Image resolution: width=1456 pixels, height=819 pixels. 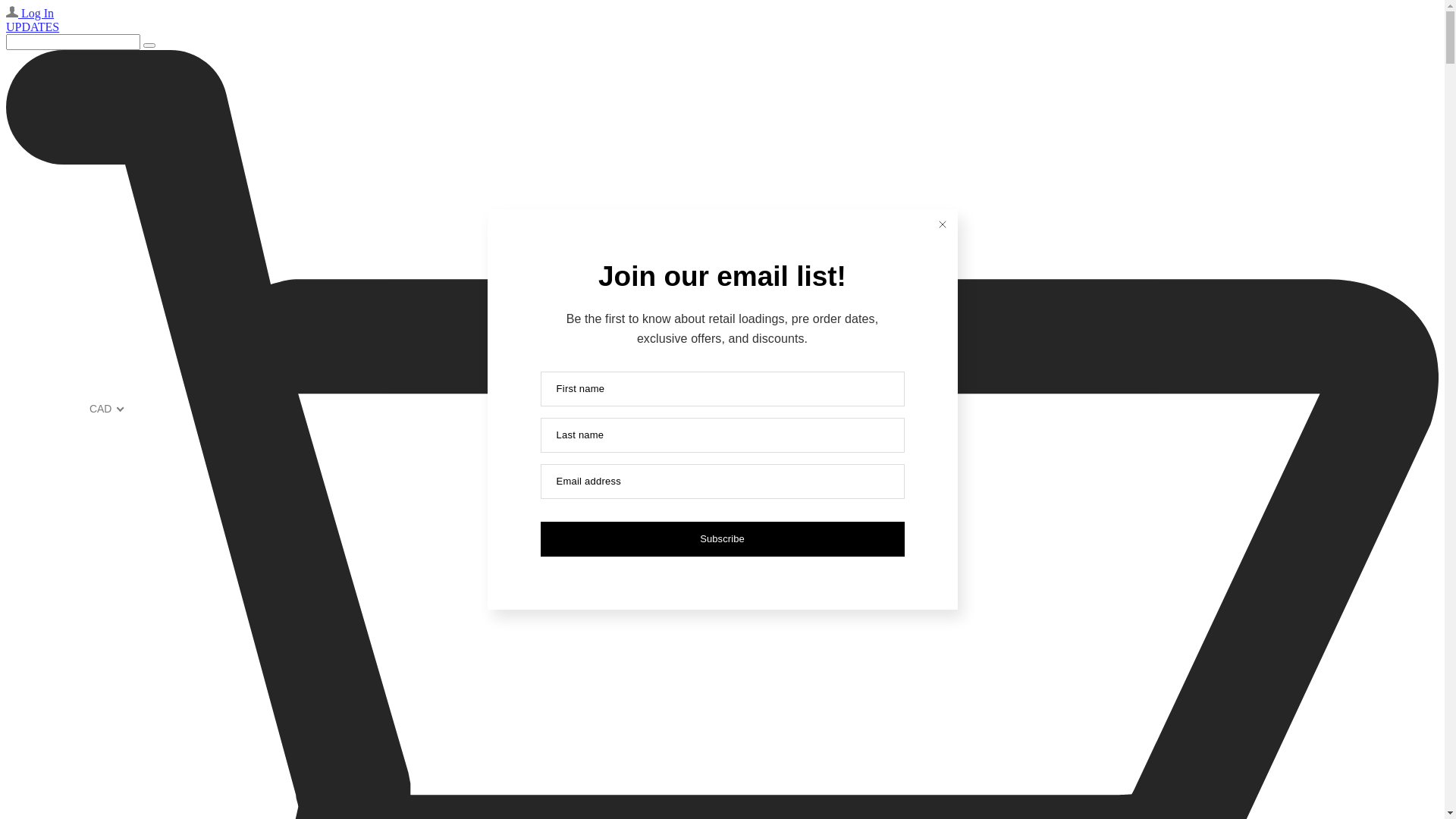 I want to click on 'UPDATES', so click(x=6, y=27).